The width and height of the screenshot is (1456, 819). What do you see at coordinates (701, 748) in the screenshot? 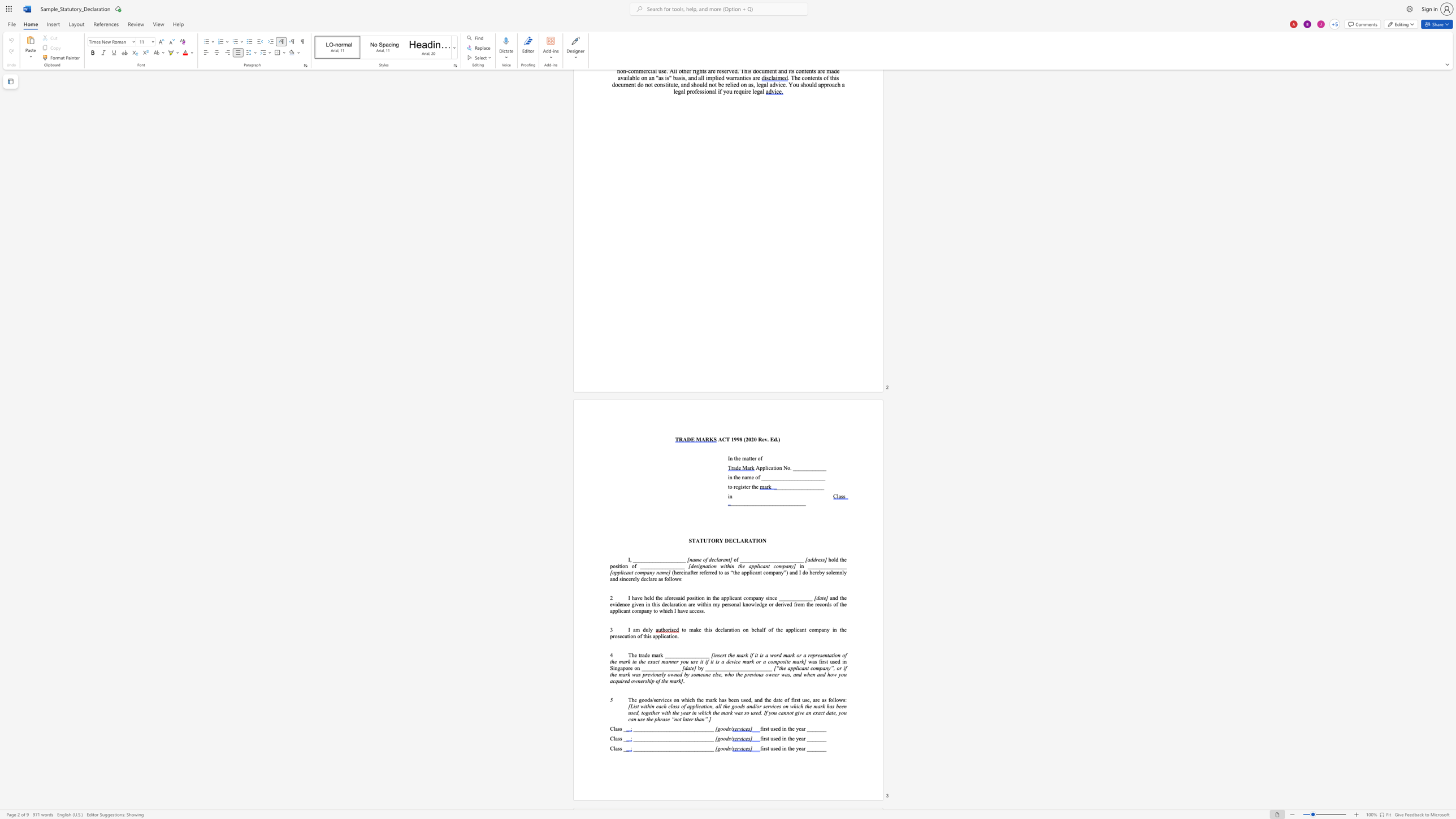
I see `the 25th character "_" in the text` at bounding box center [701, 748].